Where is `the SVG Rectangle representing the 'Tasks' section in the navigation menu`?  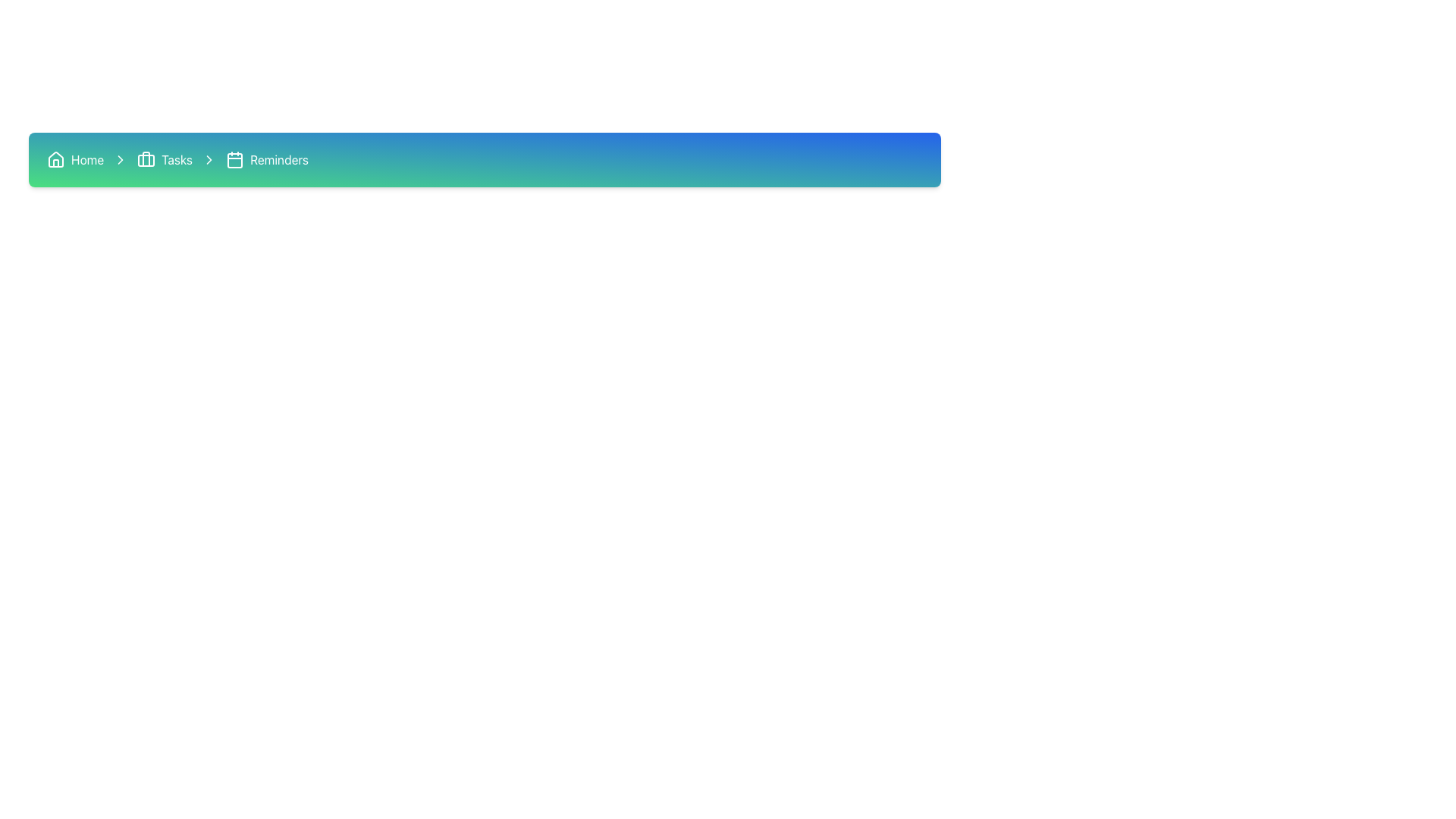
the SVG Rectangle representing the 'Tasks' section in the navigation menu is located at coordinates (146, 161).